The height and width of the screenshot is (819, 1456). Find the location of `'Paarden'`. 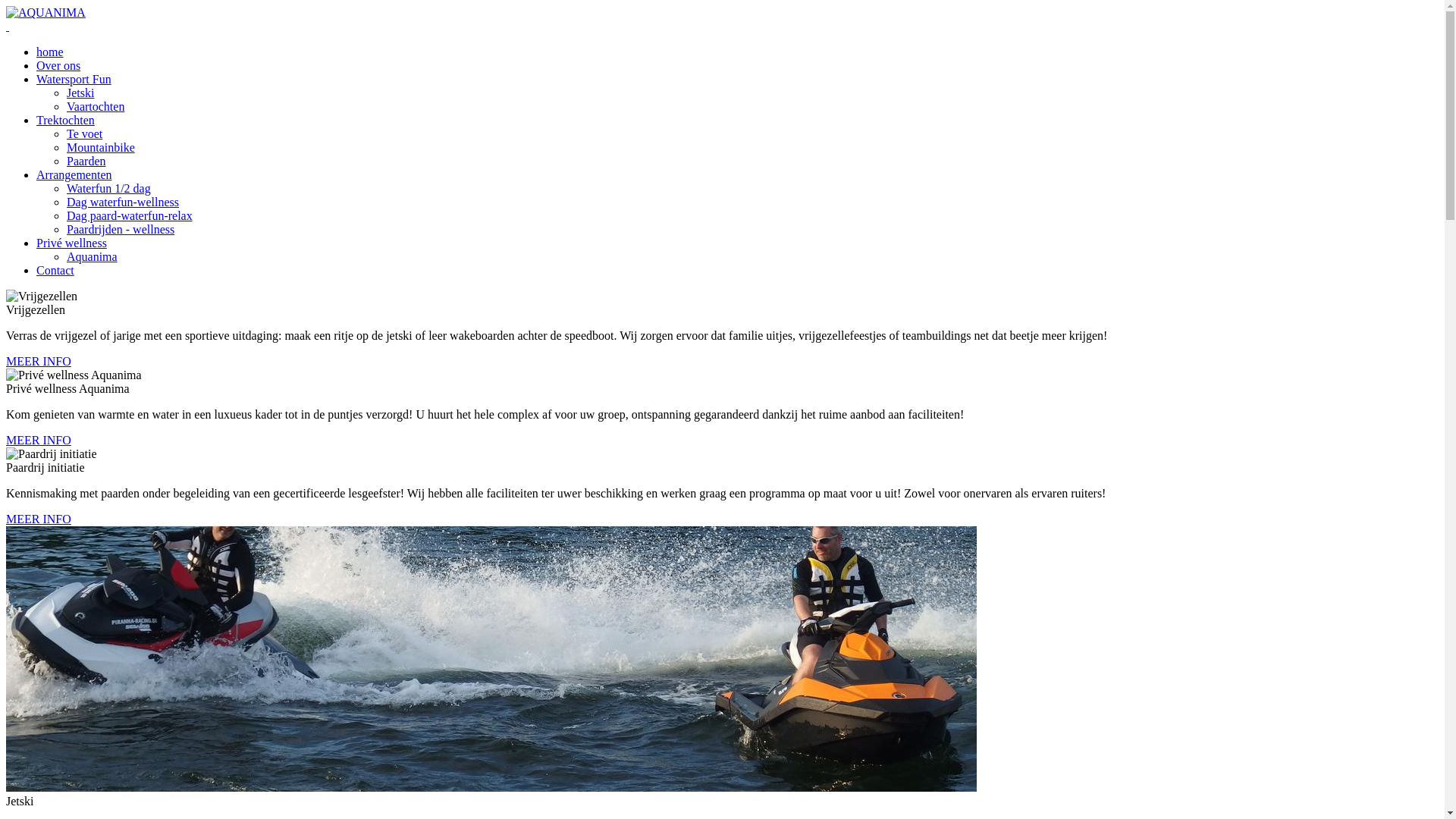

'Paarden' is located at coordinates (86, 161).